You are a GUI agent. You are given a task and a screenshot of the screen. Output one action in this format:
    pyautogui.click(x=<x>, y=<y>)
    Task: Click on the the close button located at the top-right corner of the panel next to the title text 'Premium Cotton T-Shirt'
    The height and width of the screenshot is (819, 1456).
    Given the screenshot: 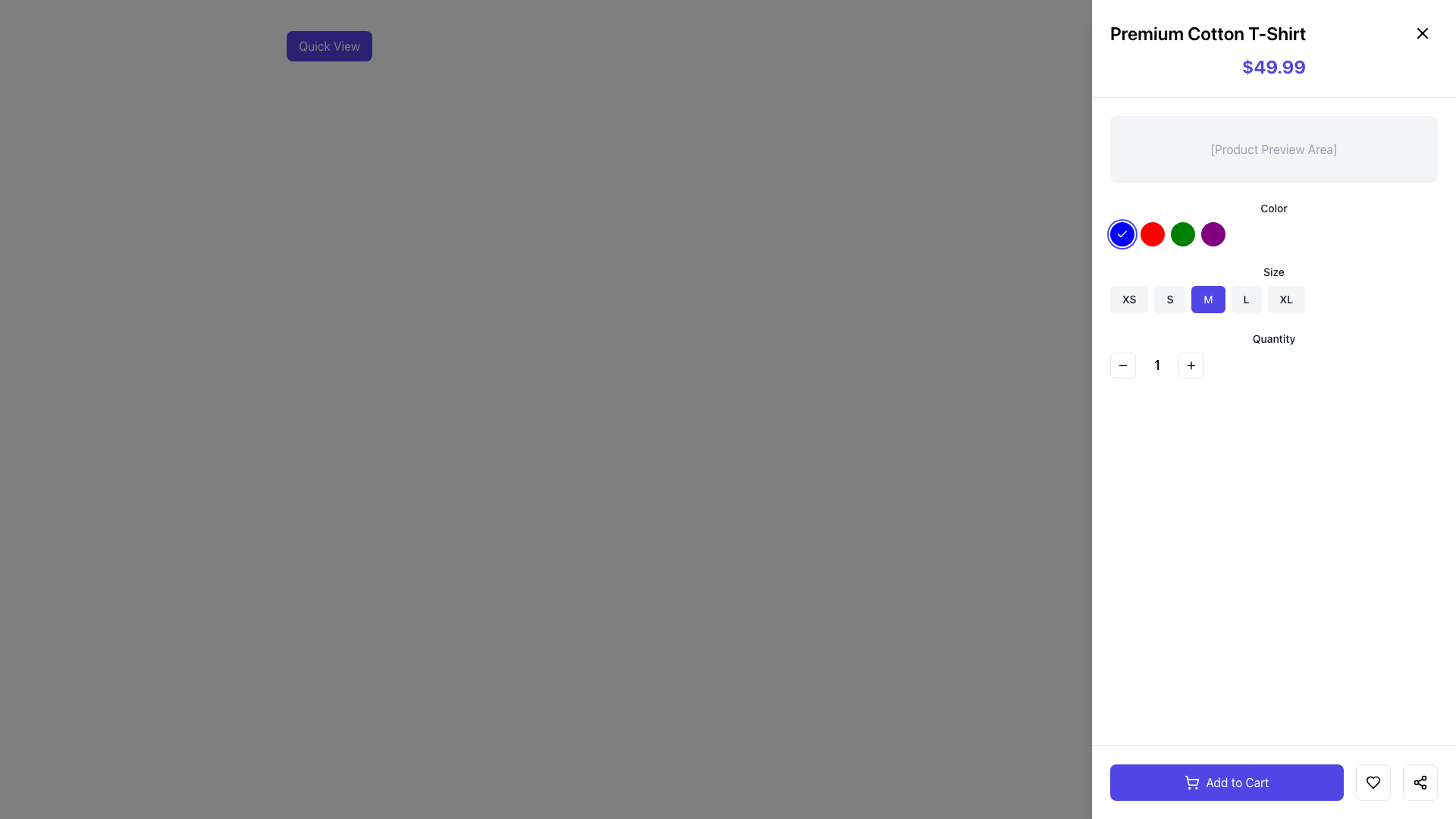 What is the action you would take?
    pyautogui.click(x=1422, y=33)
    